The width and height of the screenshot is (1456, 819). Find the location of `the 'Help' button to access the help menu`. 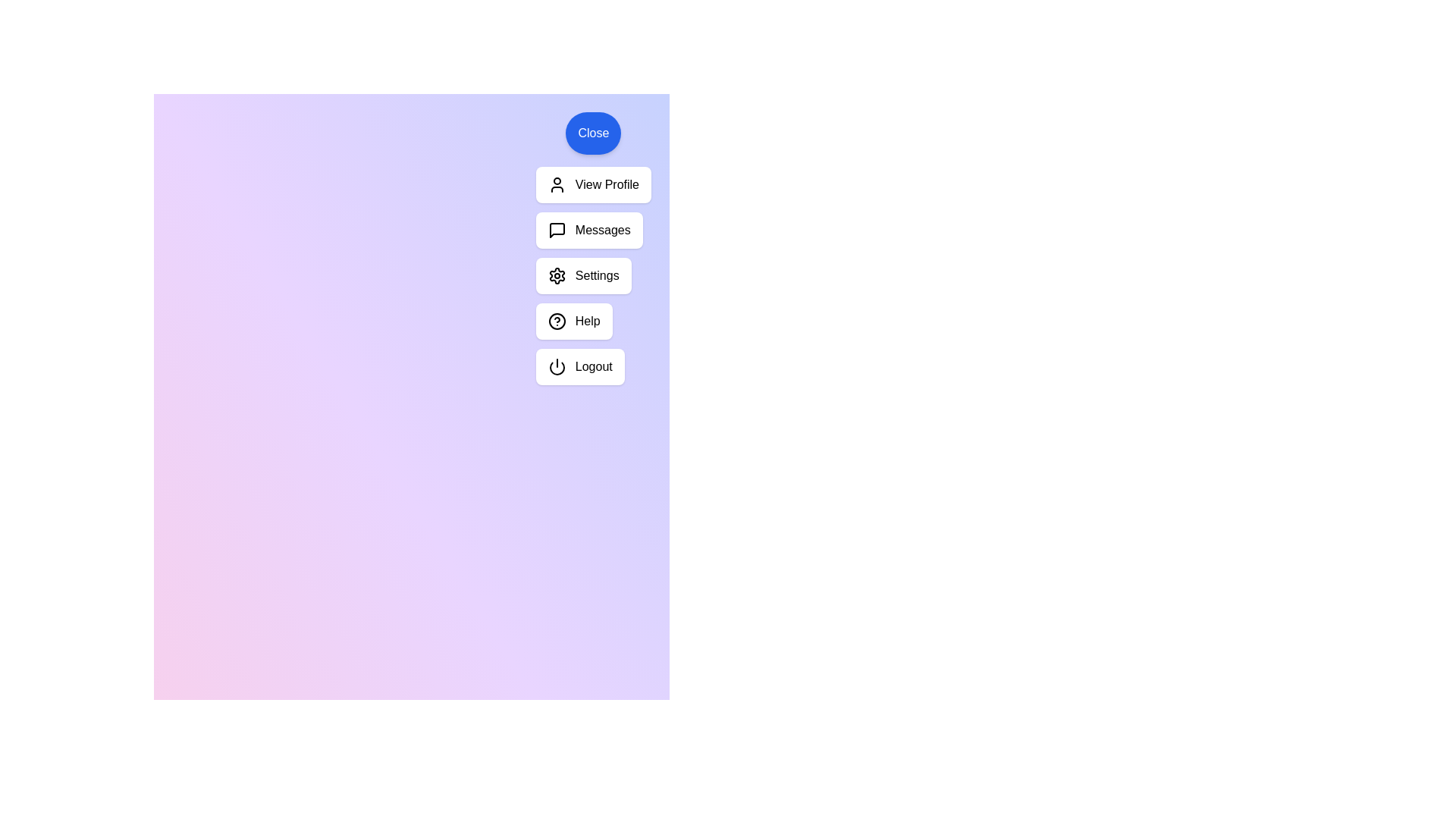

the 'Help' button to access the help menu is located at coordinates (573, 321).